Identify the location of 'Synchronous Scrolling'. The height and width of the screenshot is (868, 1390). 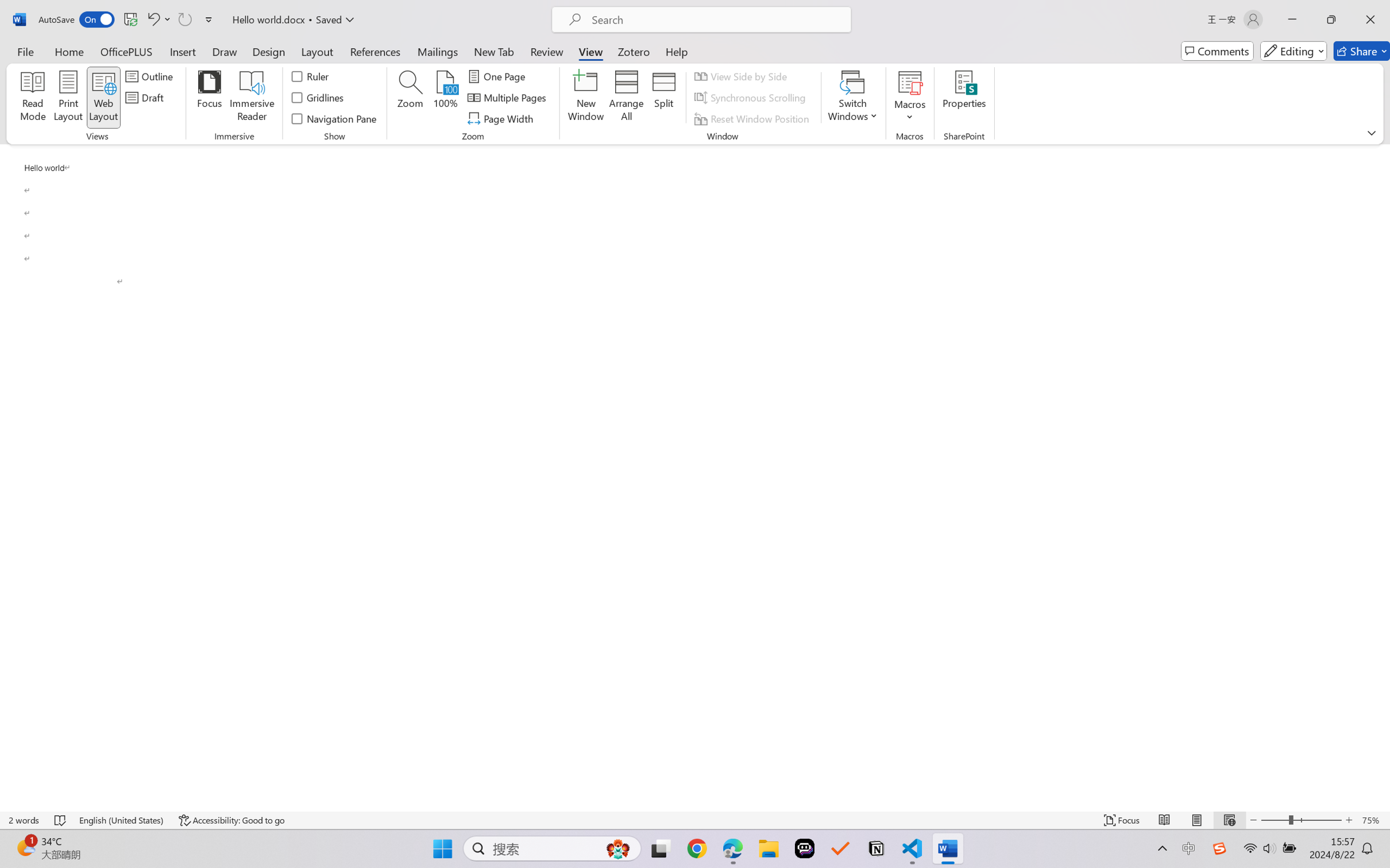
(751, 98).